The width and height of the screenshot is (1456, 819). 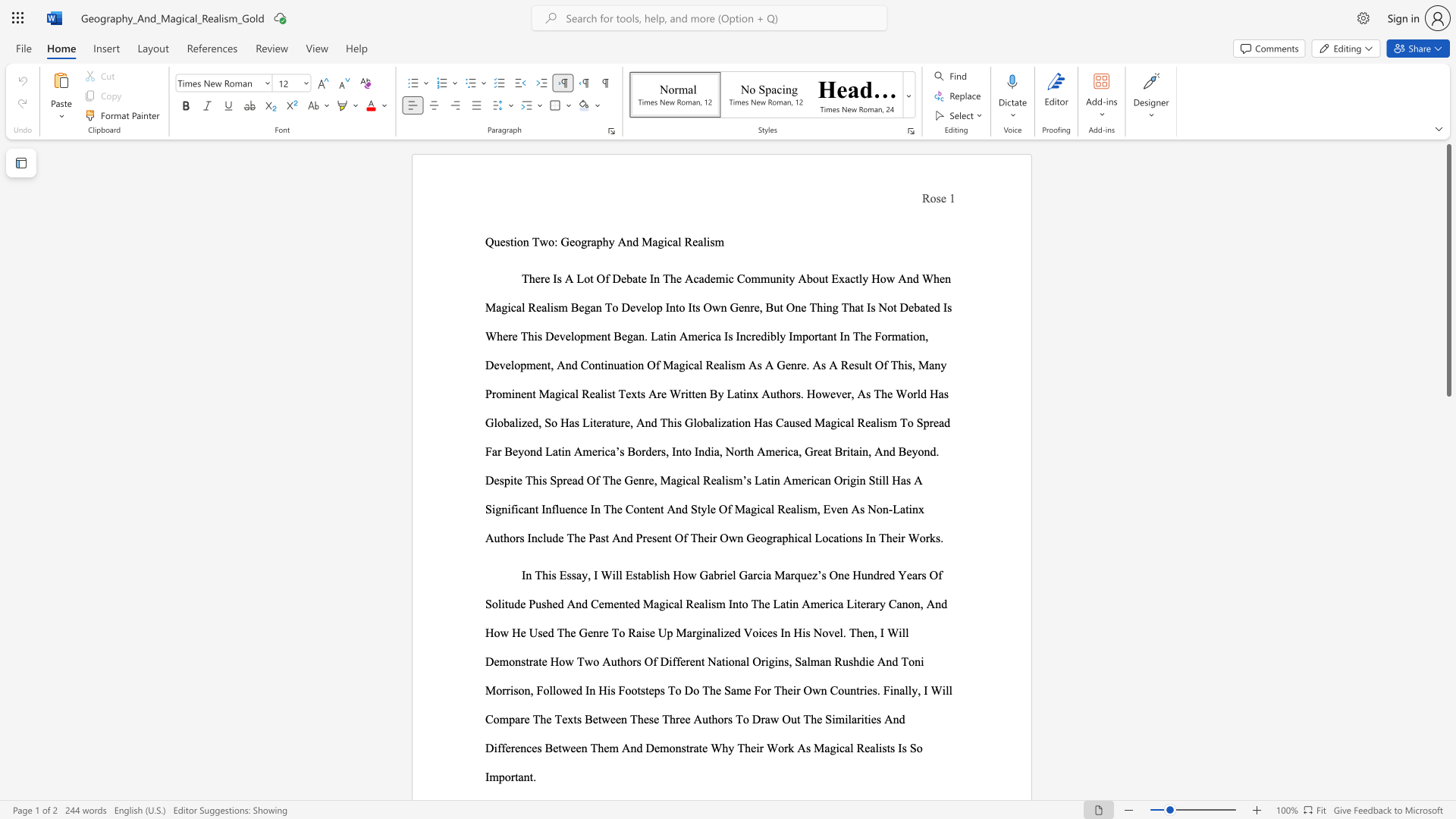 What do you see at coordinates (1448, 447) in the screenshot?
I see `the scrollbar to slide the page down` at bounding box center [1448, 447].